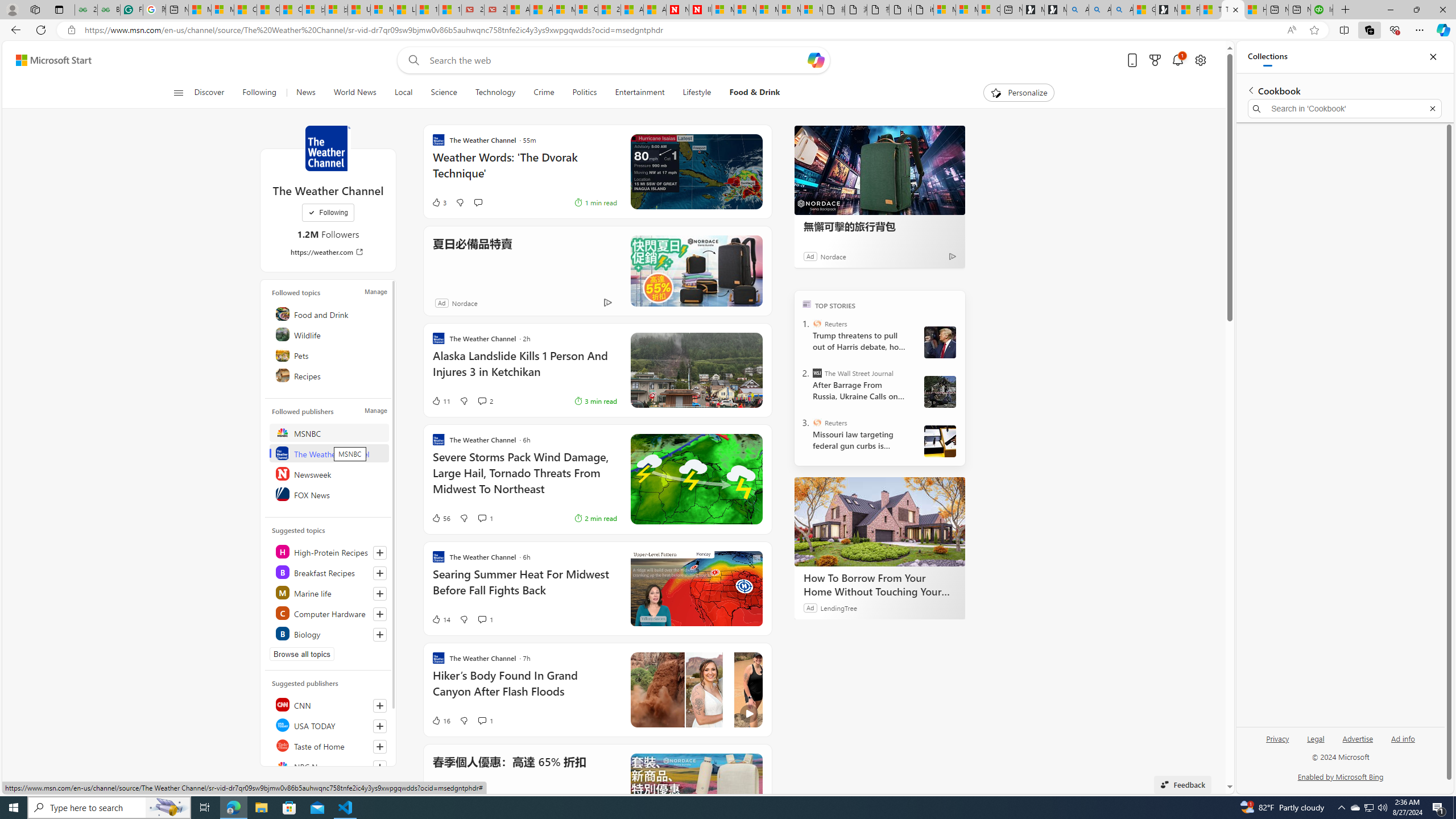 This screenshot has width=1456, height=819. I want to click on 'NBC News', so click(329, 766).